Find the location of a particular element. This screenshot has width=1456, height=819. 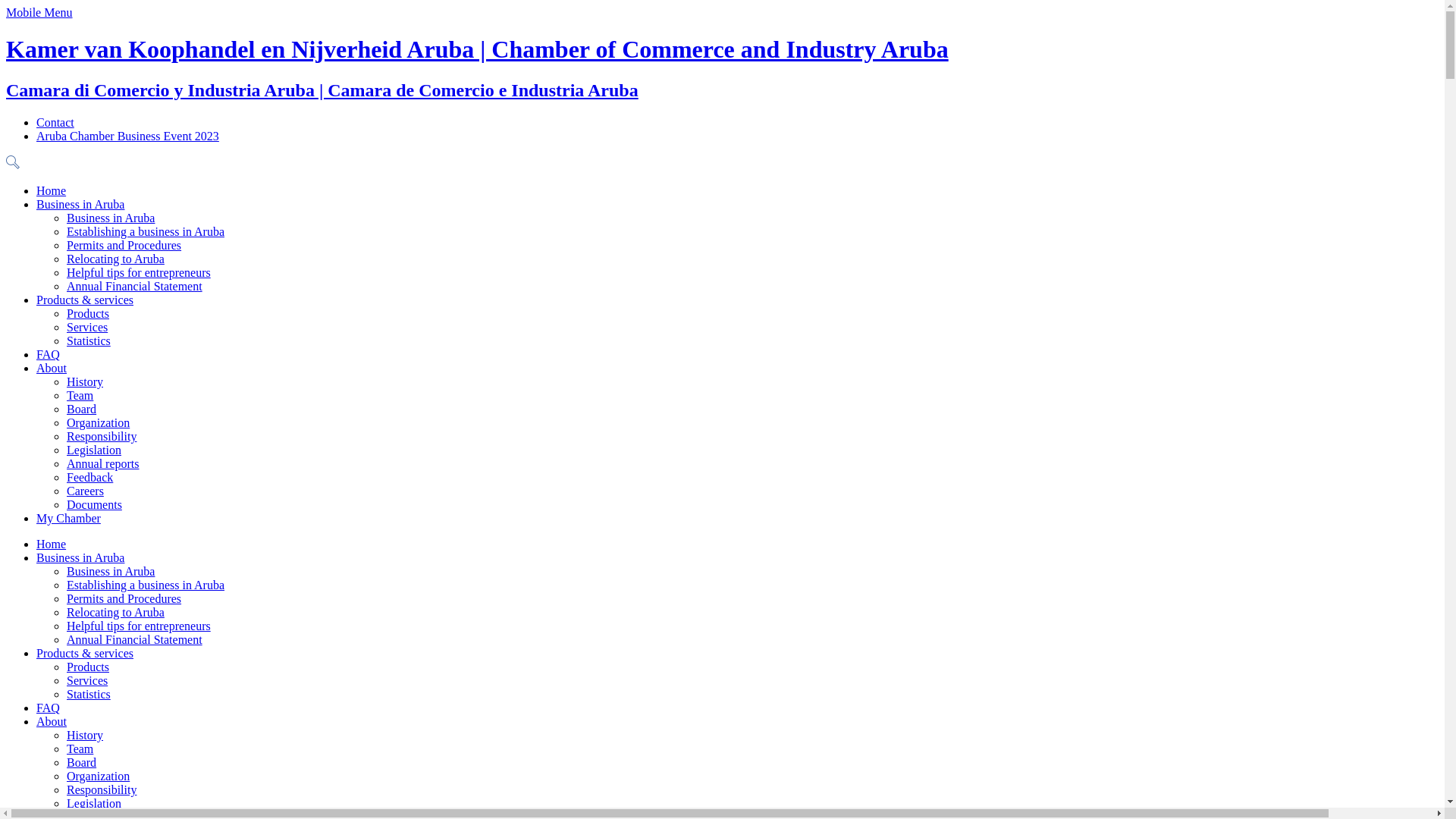

'Careers' is located at coordinates (84, 491).